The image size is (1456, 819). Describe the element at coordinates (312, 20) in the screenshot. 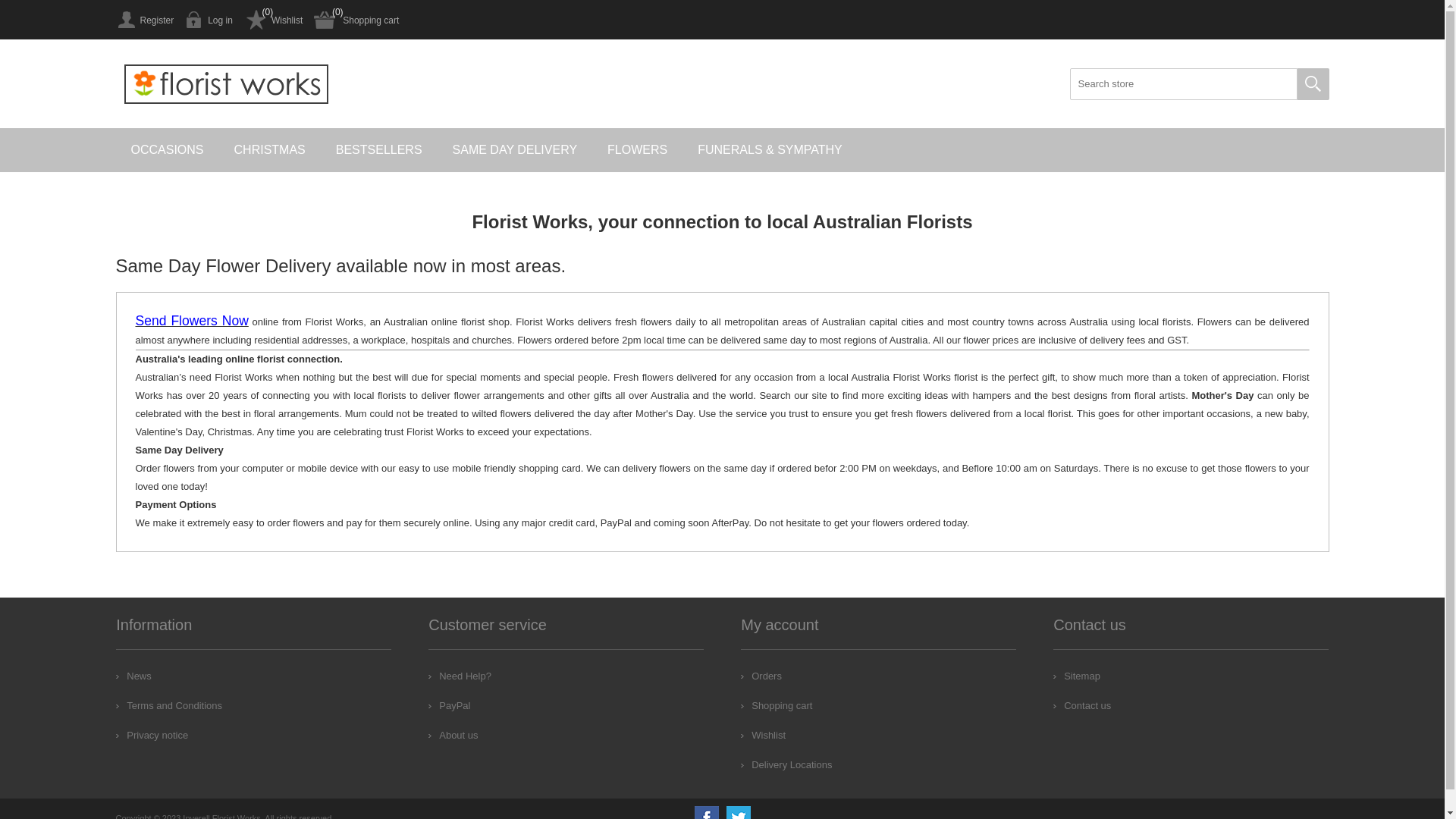

I see `'Shopping cart'` at that location.